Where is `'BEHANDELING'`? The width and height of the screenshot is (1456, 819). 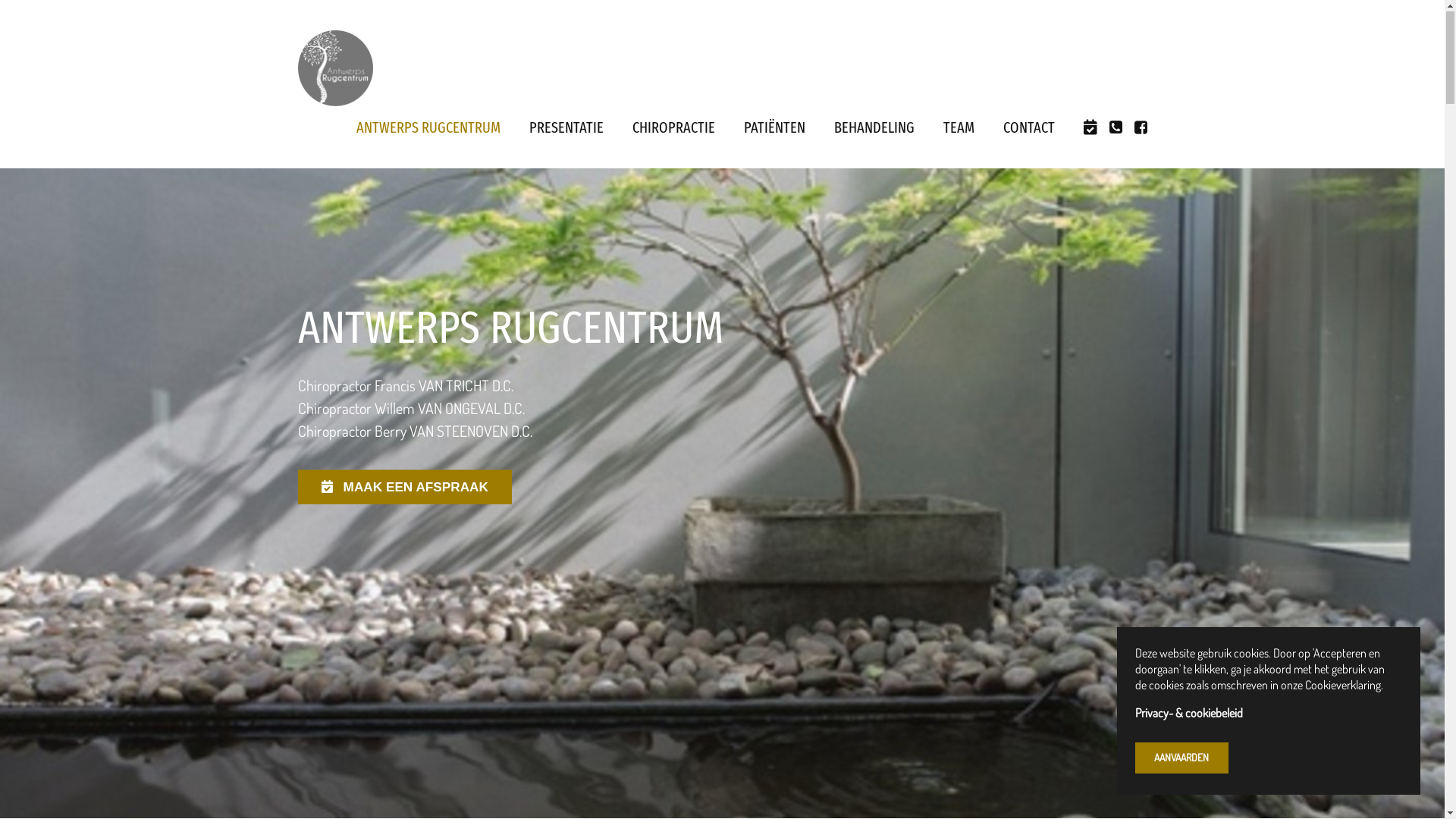
'BEHANDELING' is located at coordinates (874, 127).